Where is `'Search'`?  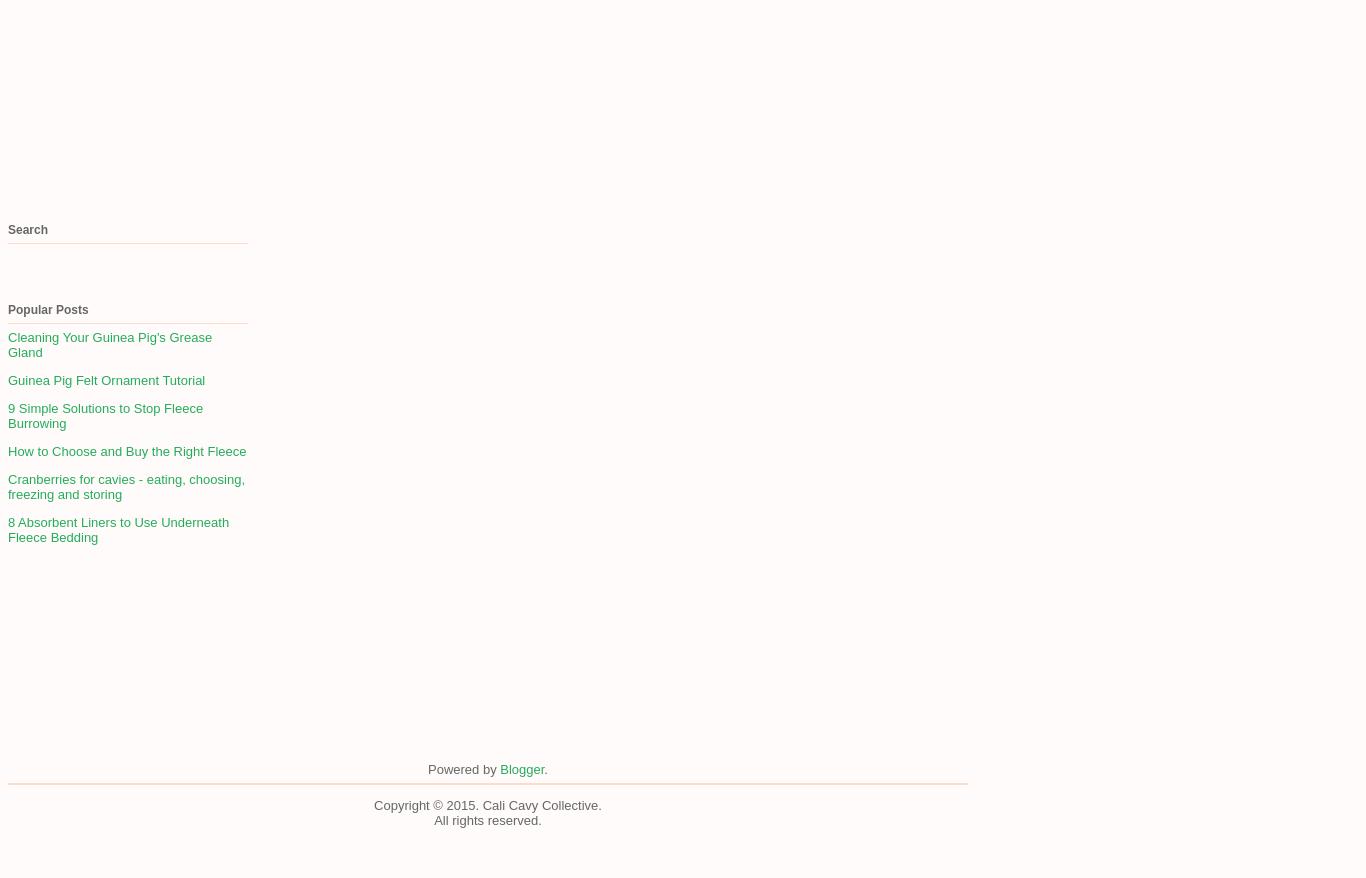 'Search' is located at coordinates (28, 230).